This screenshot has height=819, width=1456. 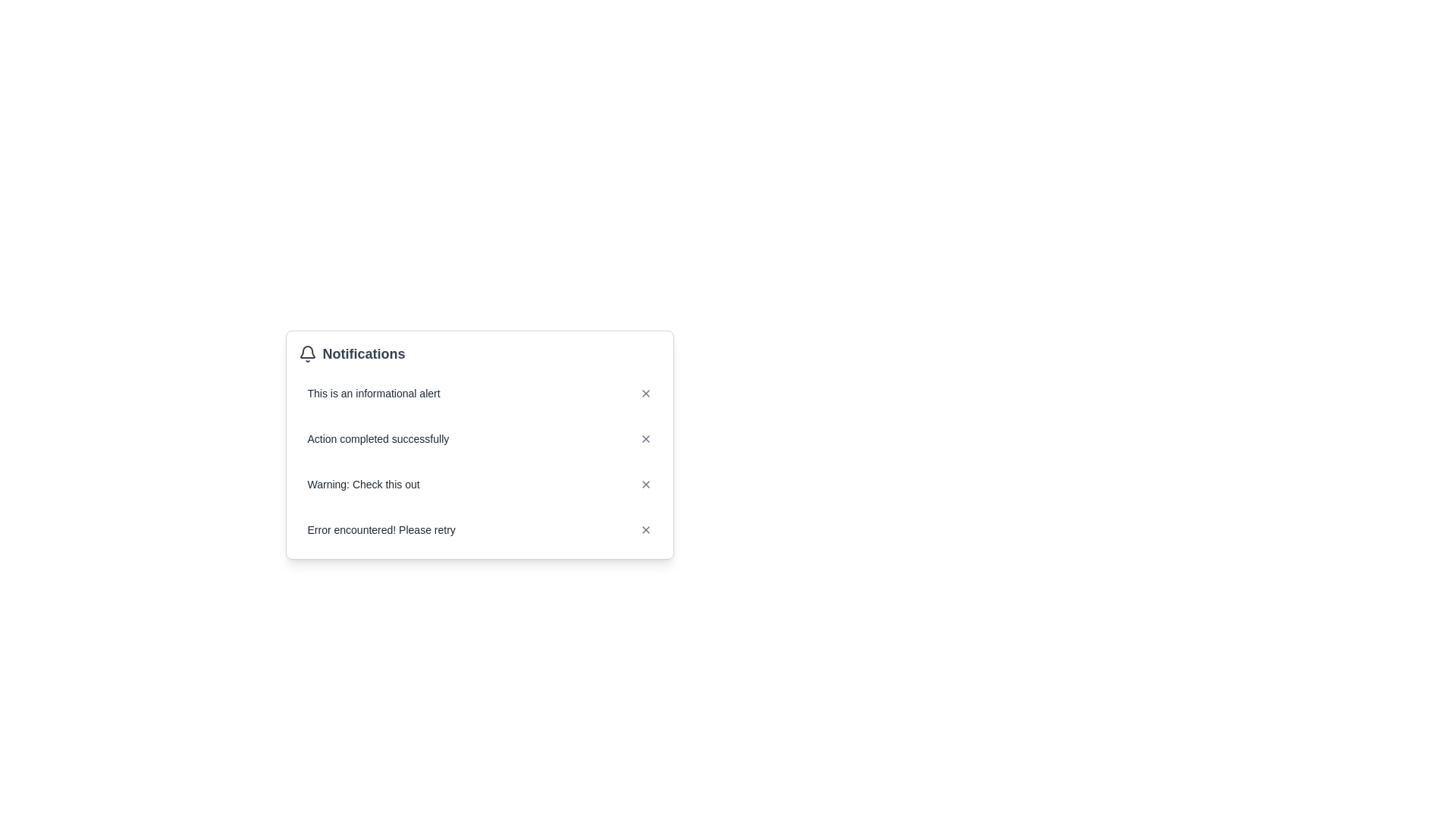 What do you see at coordinates (479, 393) in the screenshot?
I see `the Notification alert bar with a close button to read its content, which displays 'This is an informational alert'` at bounding box center [479, 393].